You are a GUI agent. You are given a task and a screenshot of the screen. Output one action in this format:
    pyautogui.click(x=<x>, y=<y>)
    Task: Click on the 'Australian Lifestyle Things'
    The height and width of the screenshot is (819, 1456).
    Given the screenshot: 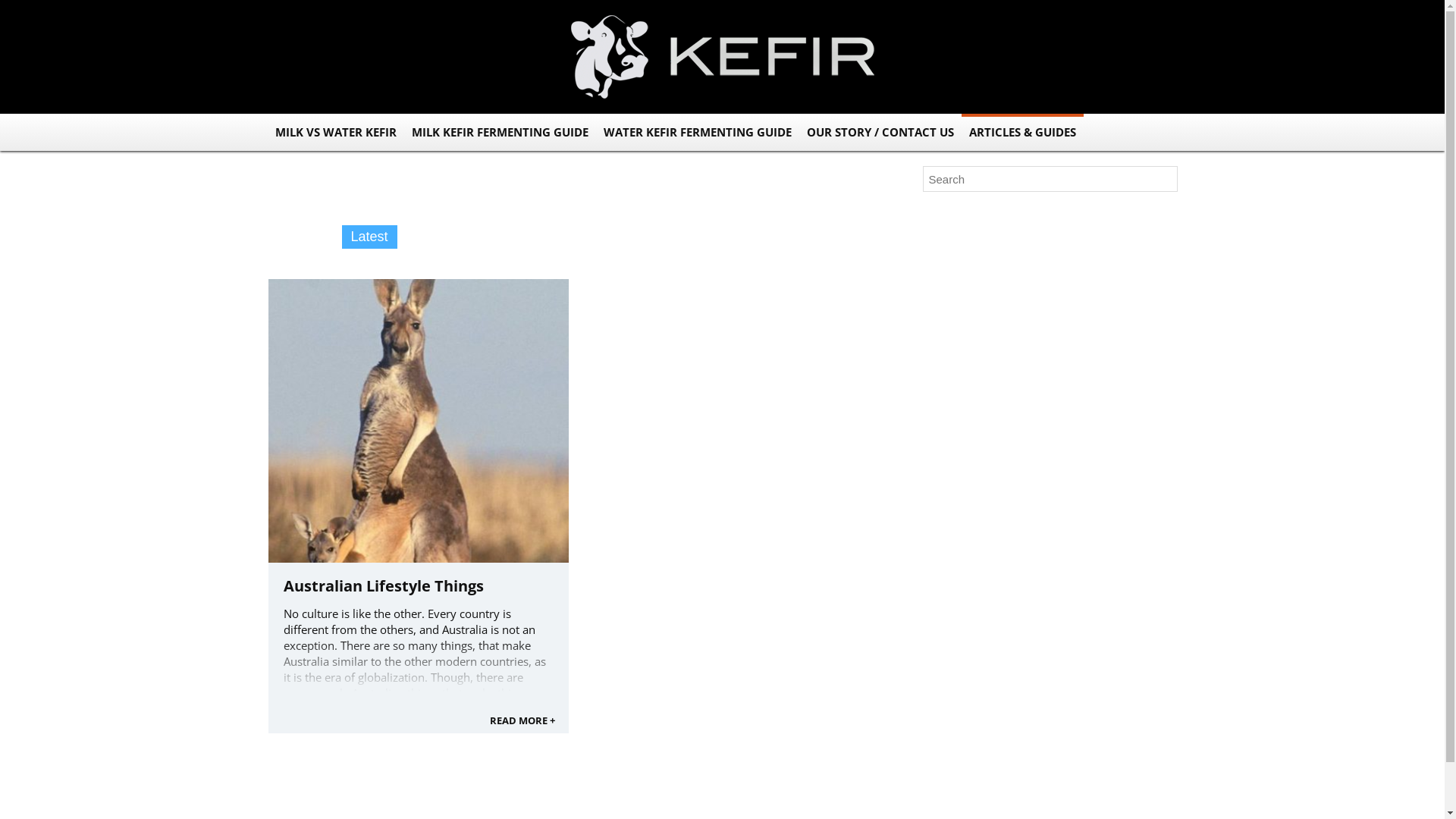 What is the action you would take?
    pyautogui.click(x=383, y=585)
    